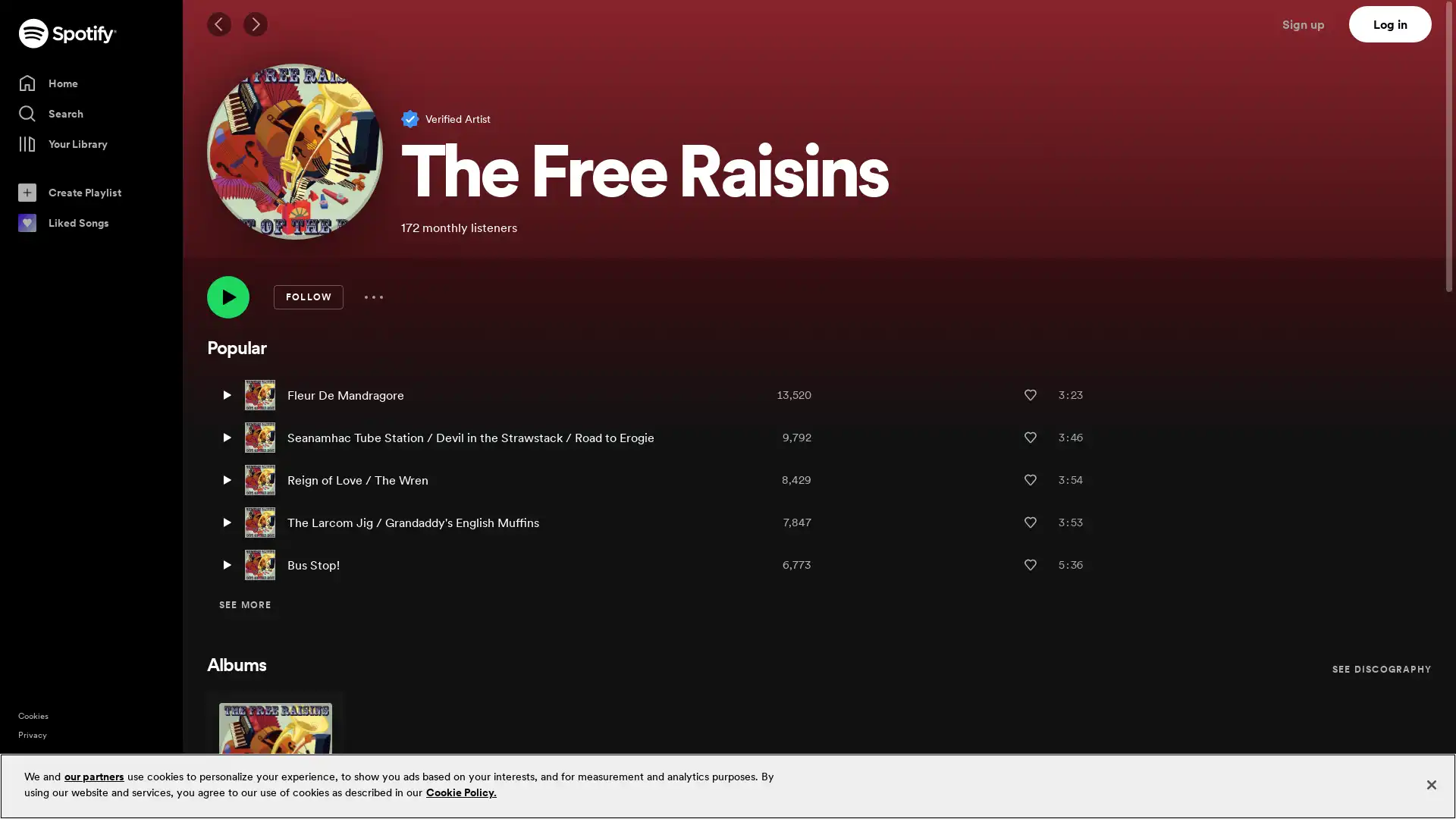  Describe the element at coordinates (225, 564) in the screenshot. I see `Play Bus Stop! by The Free Raisins` at that location.